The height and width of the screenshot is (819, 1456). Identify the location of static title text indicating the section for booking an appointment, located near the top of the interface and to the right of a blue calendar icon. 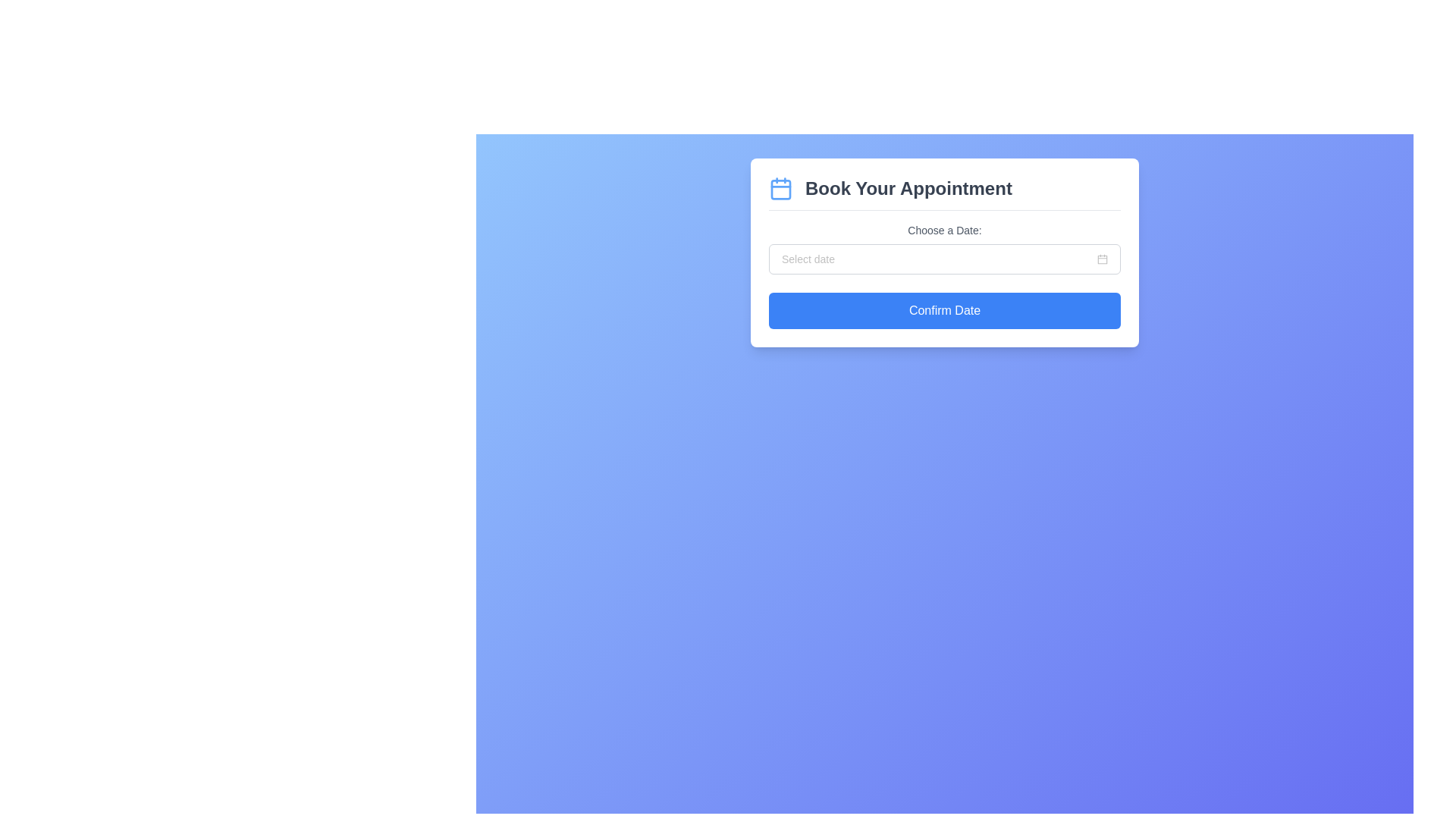
(908, 188).